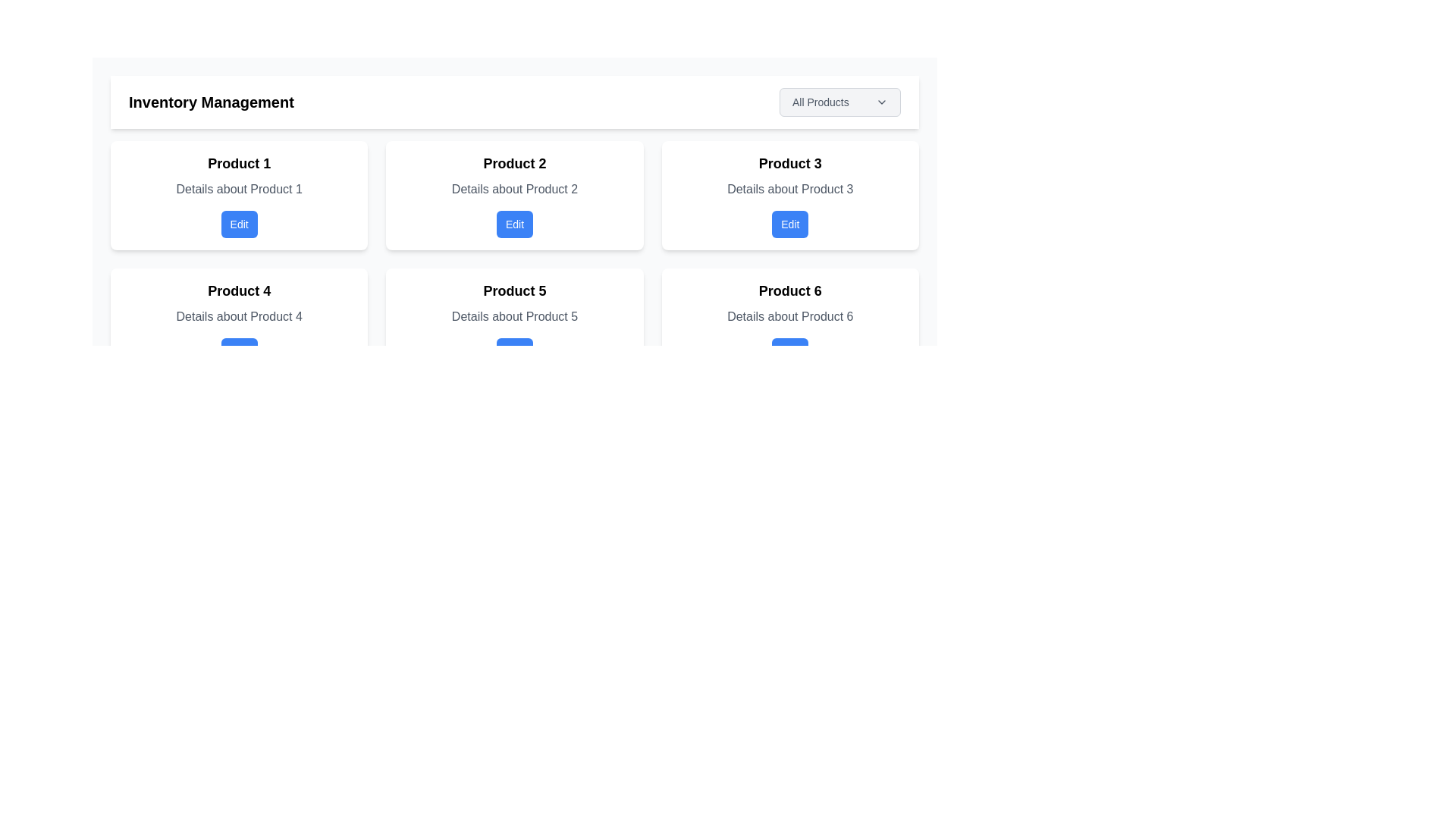 The height and width of the screenshot is (819, 1456). What do you see at coordinates (210, 102) in the screenshot?
I see `the 'Inventory Management' text label element, which is styled in a larger font size and bold weight, serving as a section header in the upper left corner of the interface` at bounding box center [210, 102].